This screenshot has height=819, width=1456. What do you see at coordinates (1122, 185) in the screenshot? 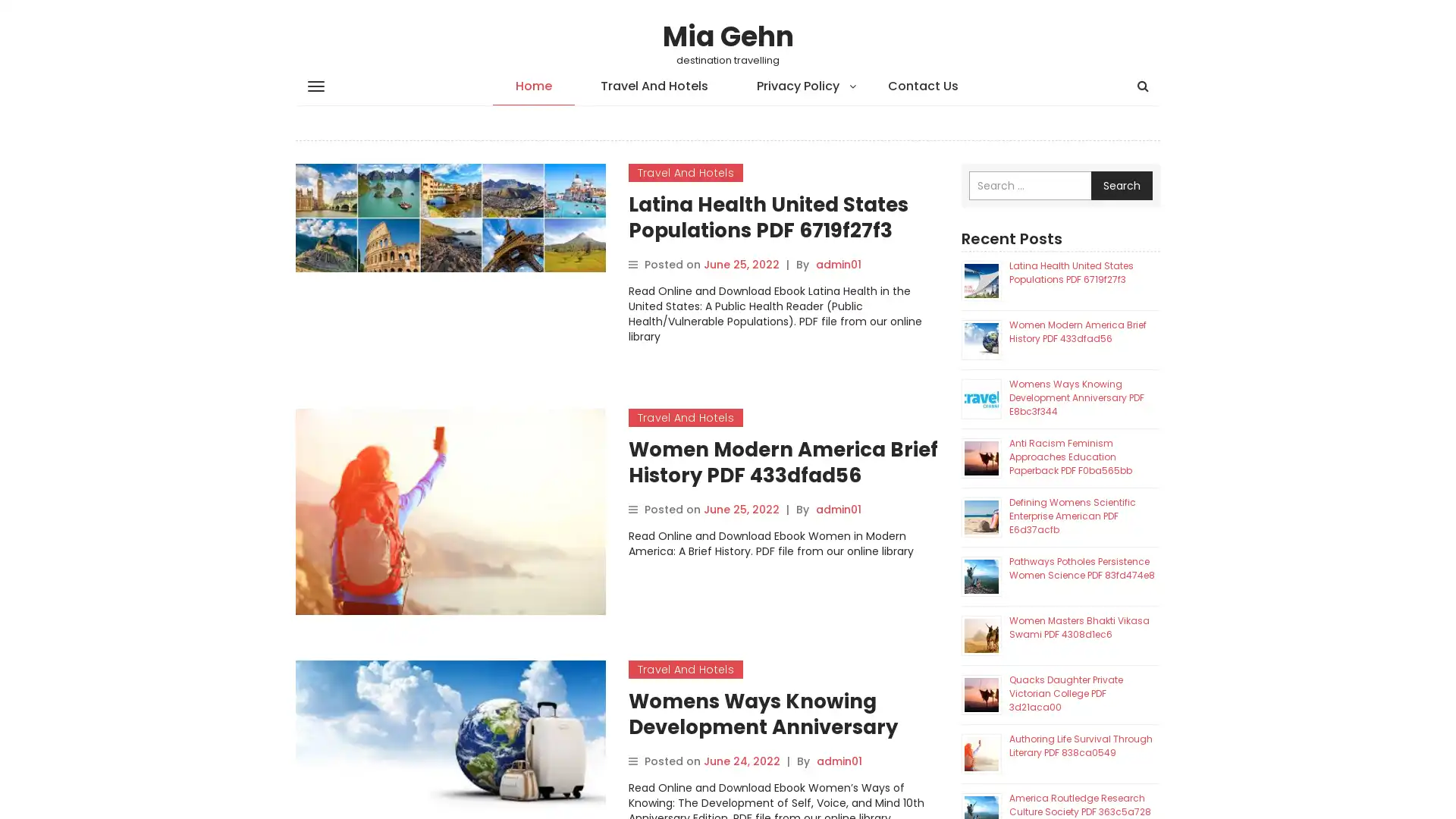
I see `Search` at bounding box center [1122, 185].